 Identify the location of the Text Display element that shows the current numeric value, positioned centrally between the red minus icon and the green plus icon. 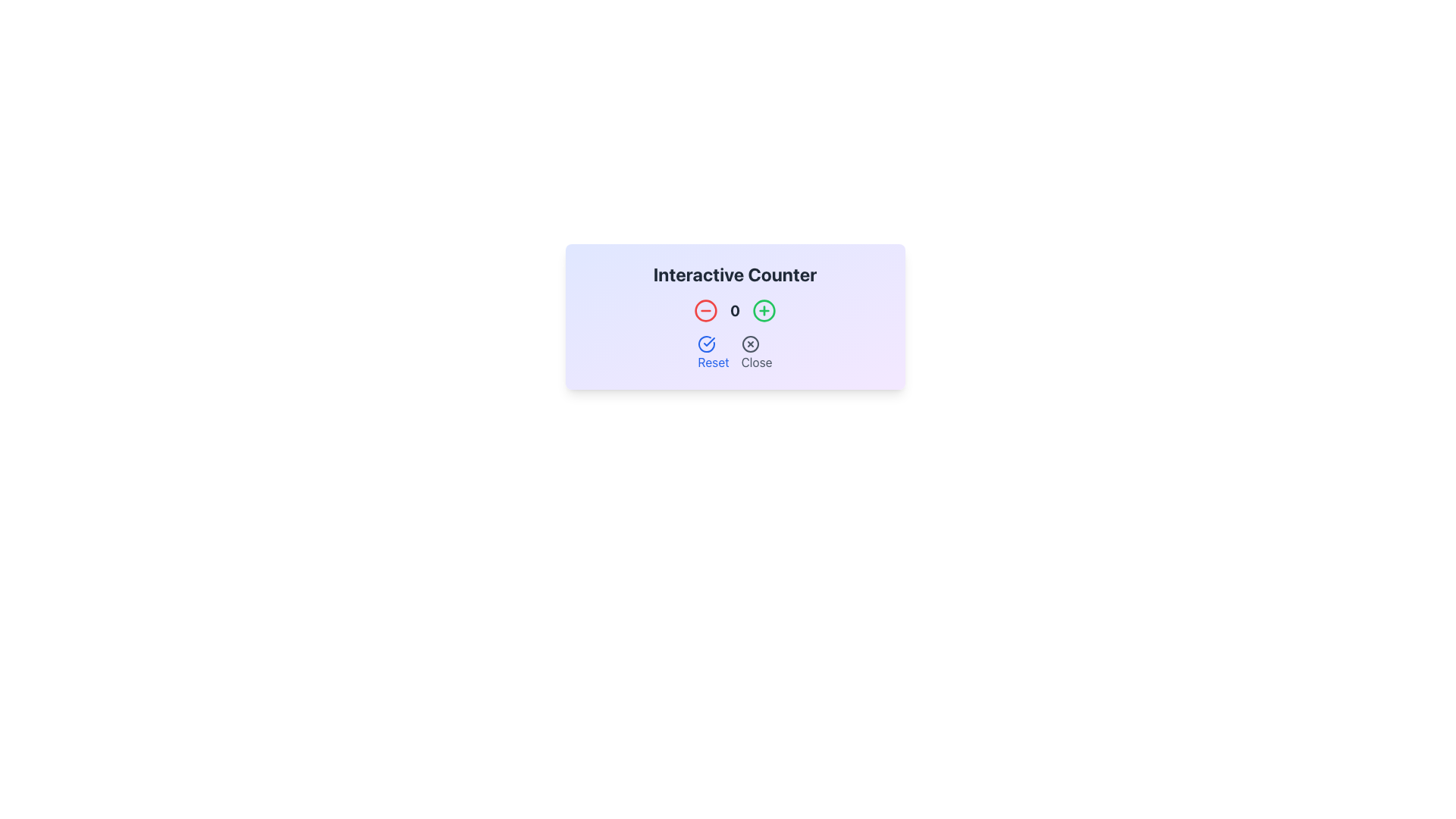
(735, 309).